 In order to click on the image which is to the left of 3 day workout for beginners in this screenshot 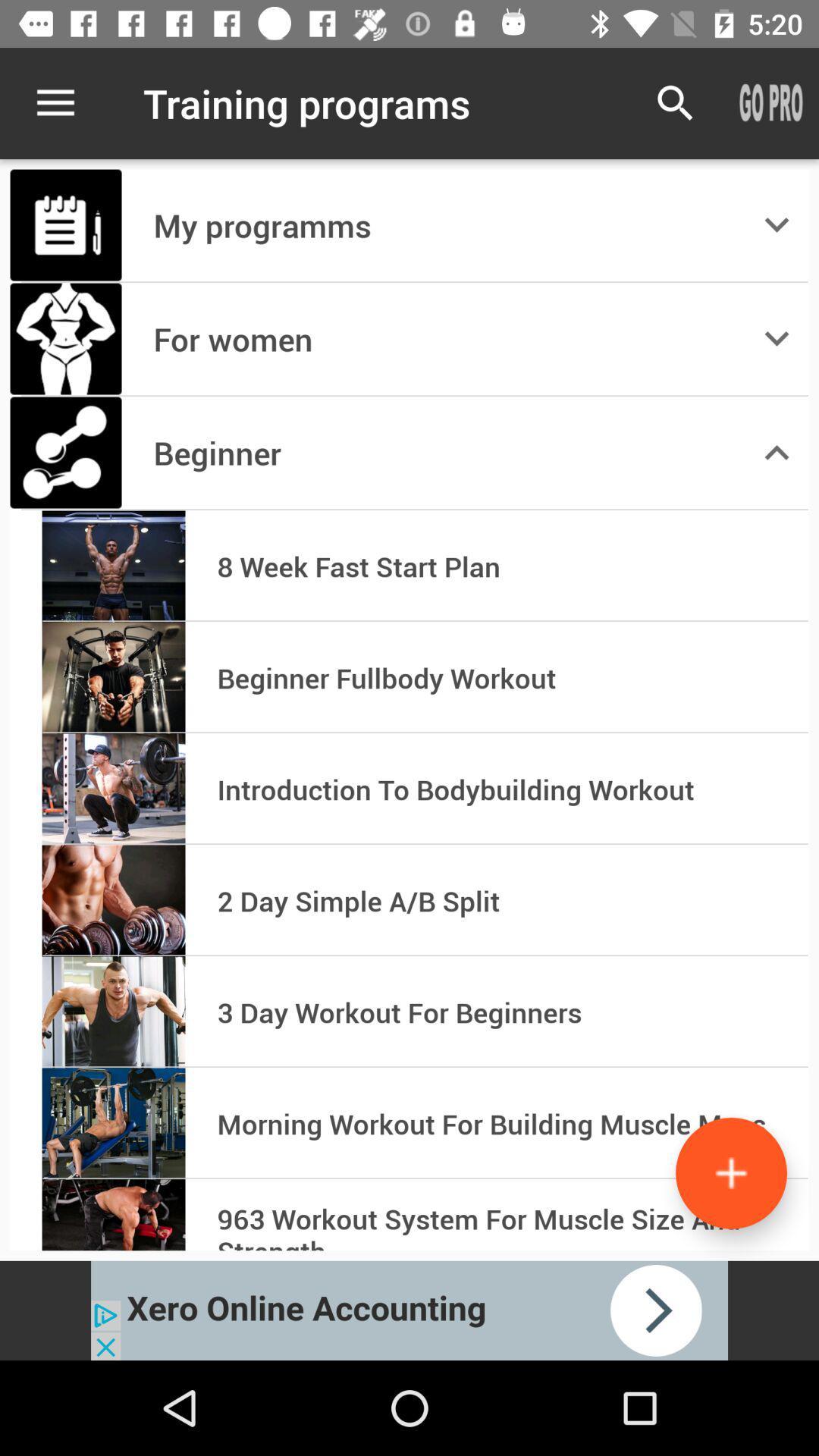, I will do `click(113, 1012)`.